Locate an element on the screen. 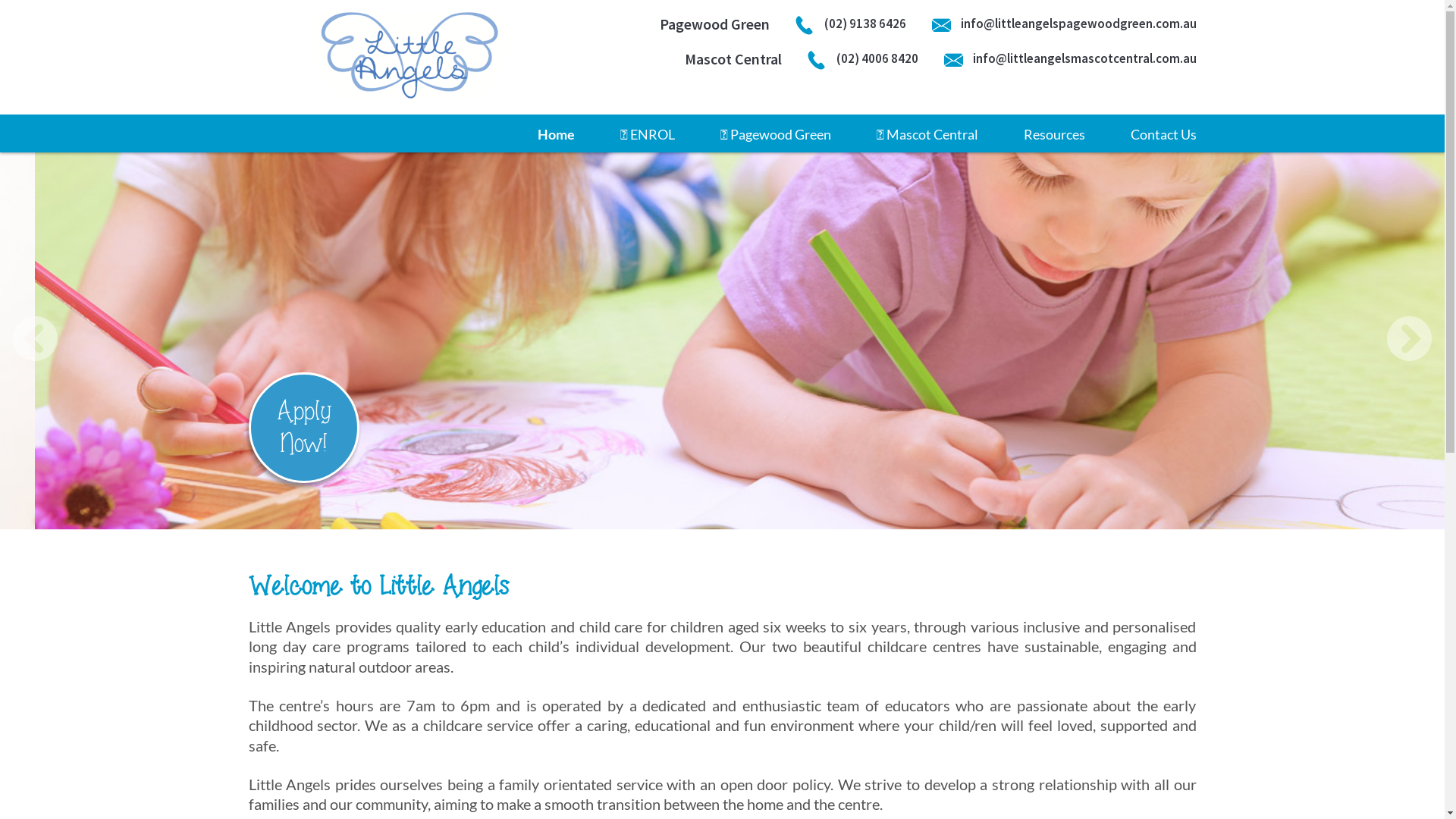 This screenshot has height=819, width=1456. '(02) 9138 6426' is located at coordinates (850, 24).